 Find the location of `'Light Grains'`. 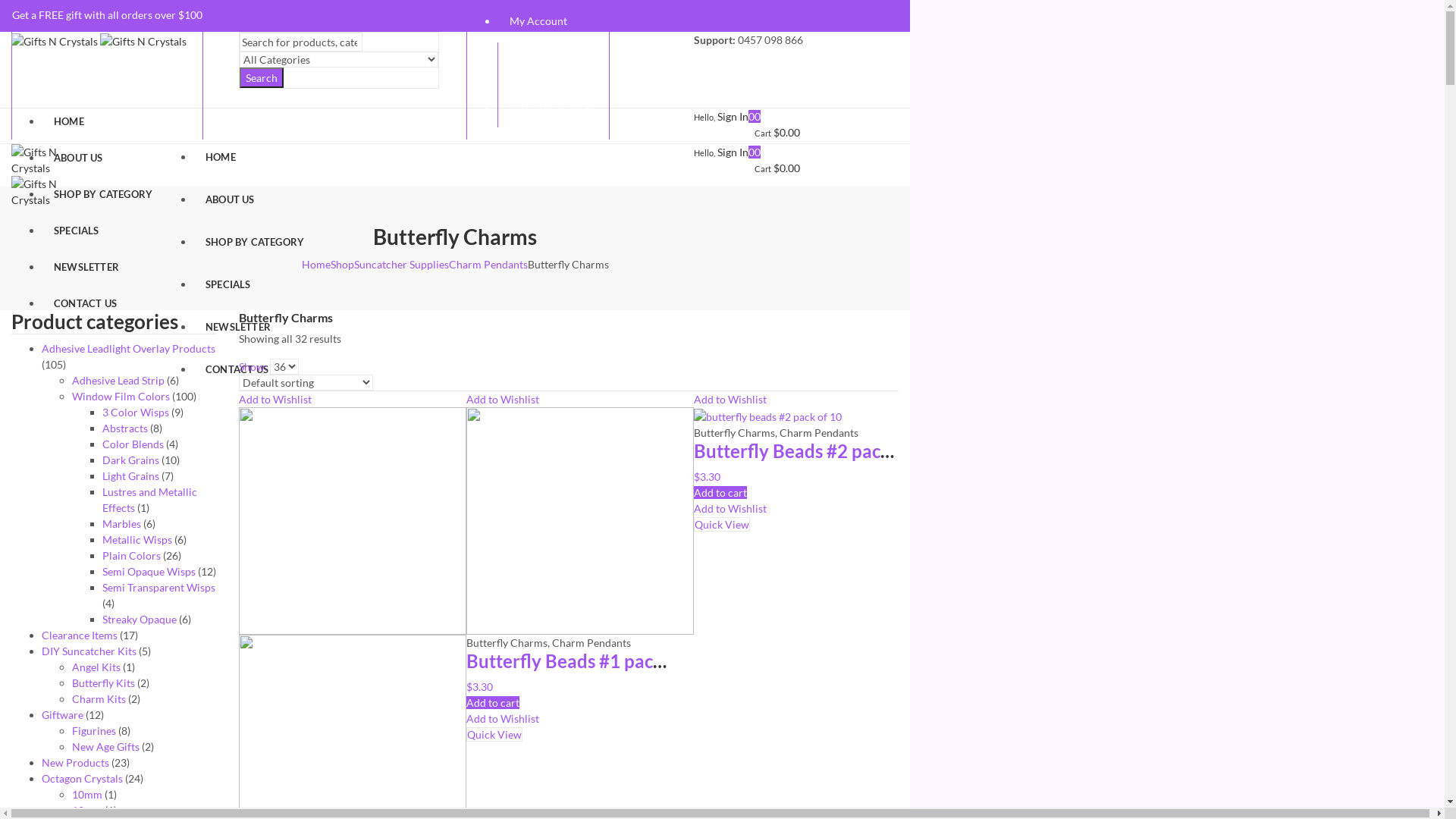

'Light Grains' is located at coordinates (130, 475).